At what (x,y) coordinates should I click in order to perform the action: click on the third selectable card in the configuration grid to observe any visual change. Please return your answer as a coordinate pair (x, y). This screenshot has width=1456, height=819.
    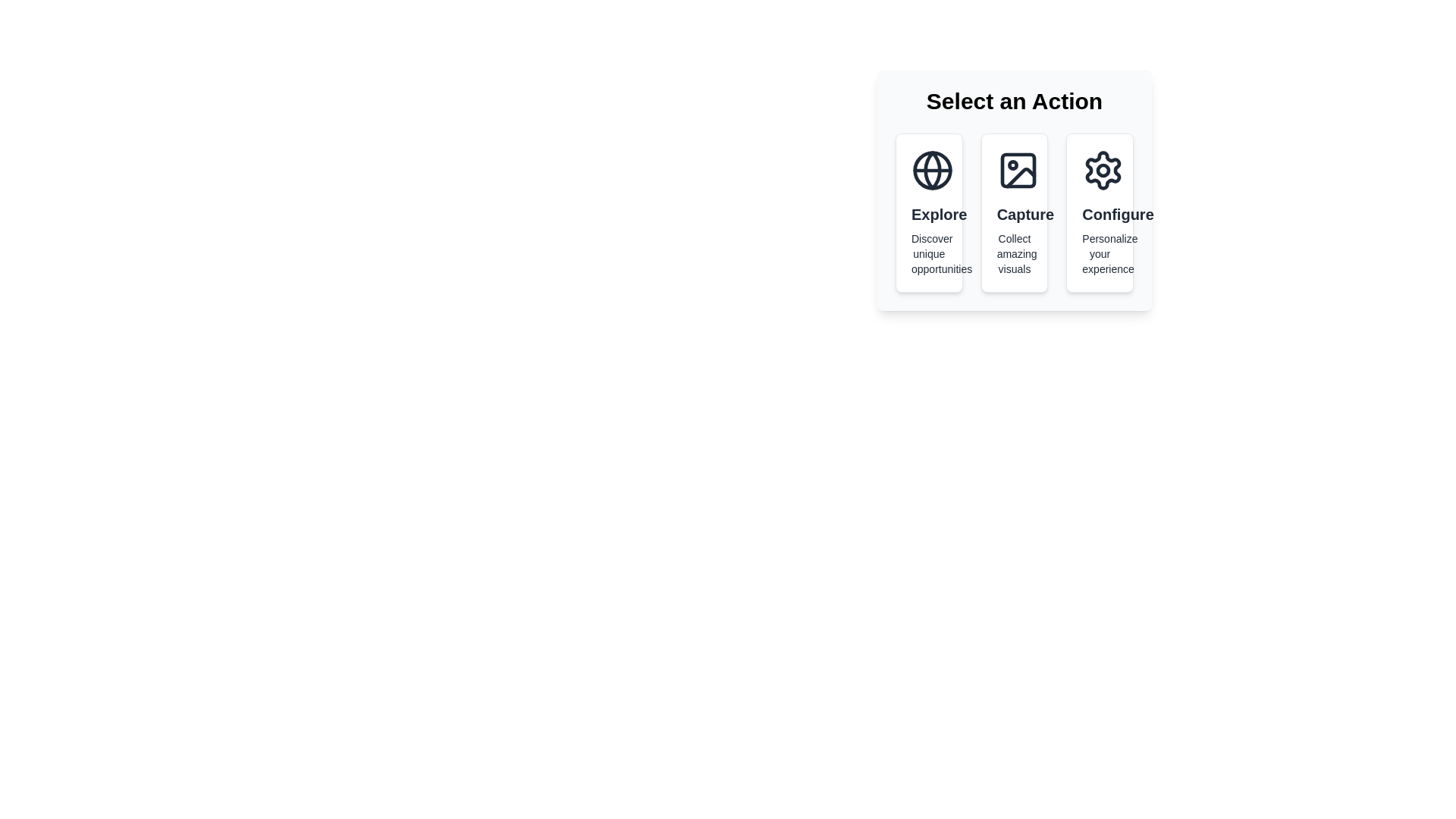
    Looking at the image, I should click on (1100, 213).